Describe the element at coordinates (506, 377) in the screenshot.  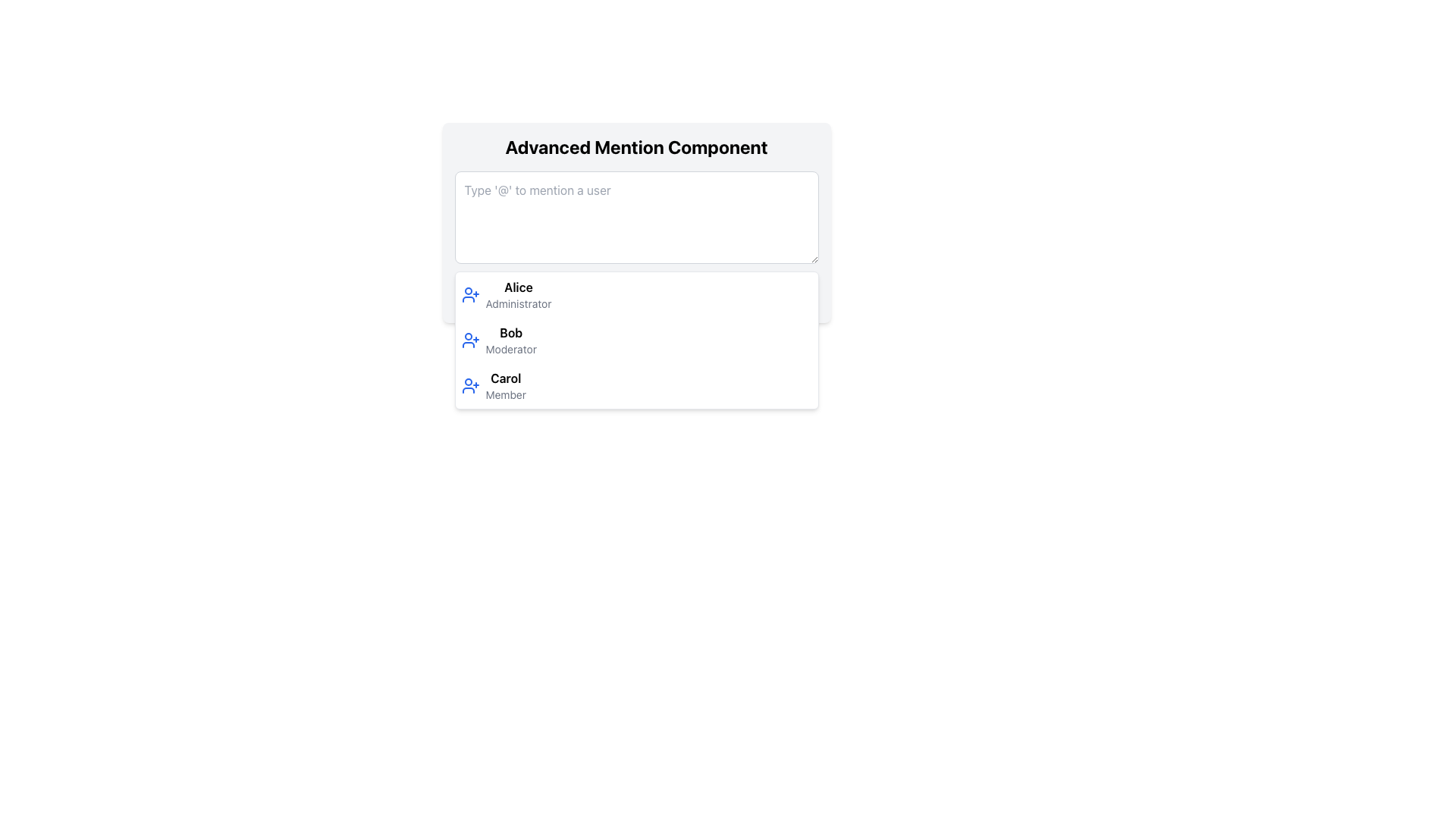
I see `the text content of the label indicating the user 'Carol' in the third entry of the dropdown selection list` at that location.